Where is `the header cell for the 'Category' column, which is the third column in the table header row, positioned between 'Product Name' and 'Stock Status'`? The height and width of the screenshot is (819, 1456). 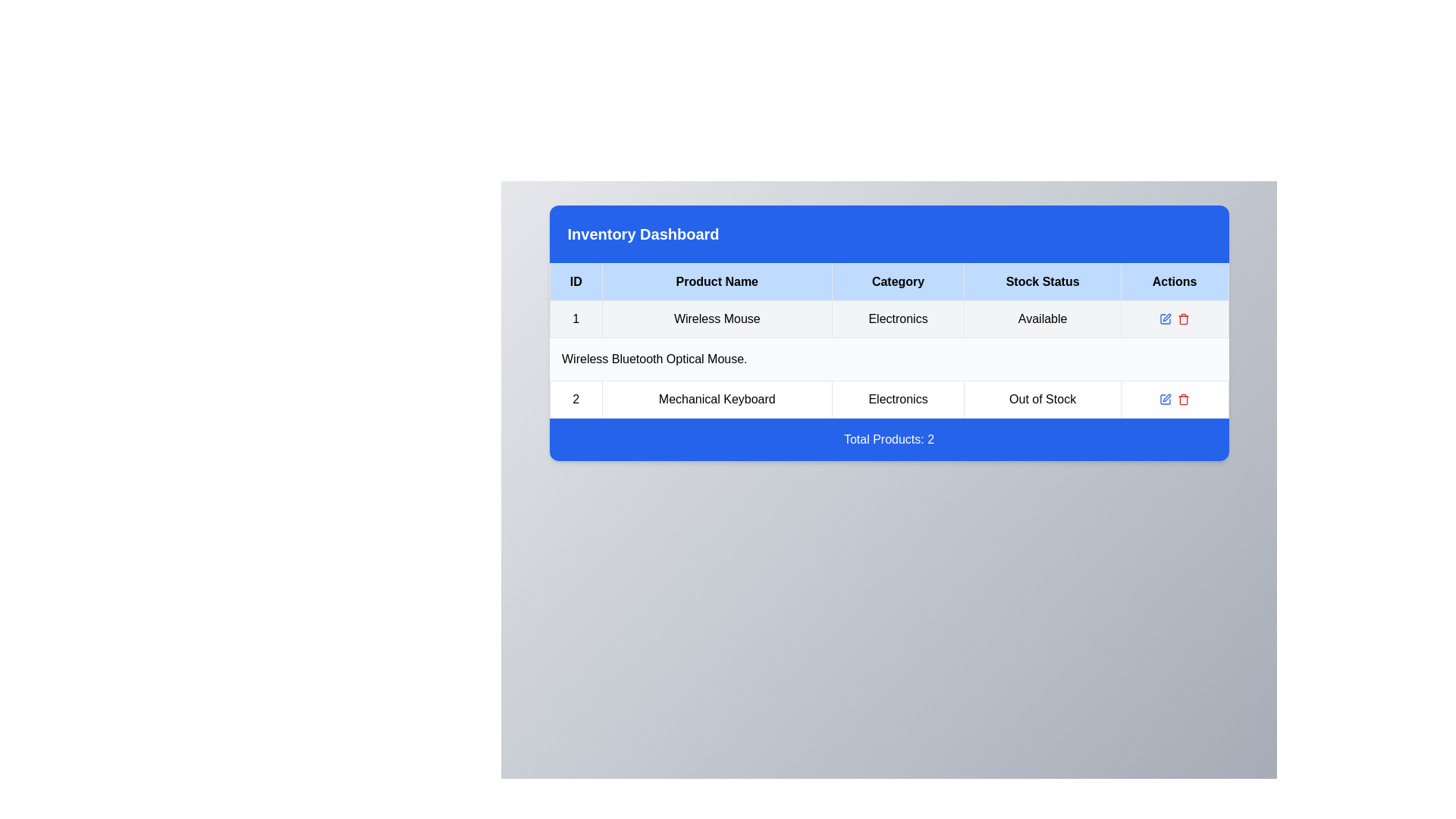 the header cell for the 'Category' column, which is the third column in the table header row, positioned between 'Product Name' and 'Stock Status' is located at coordinates (898, 281).